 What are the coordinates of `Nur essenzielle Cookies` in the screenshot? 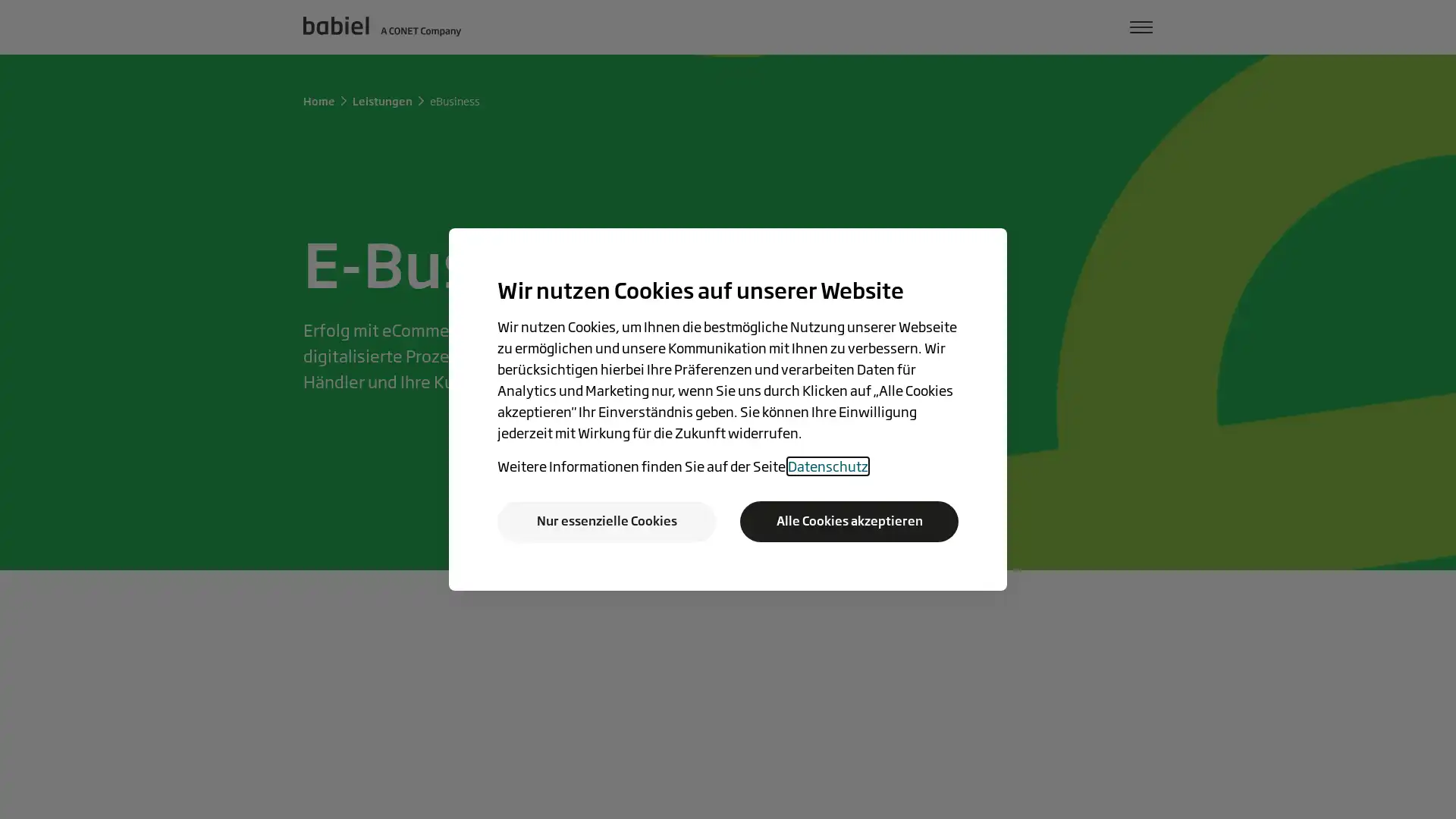 It's located at (607, 520).